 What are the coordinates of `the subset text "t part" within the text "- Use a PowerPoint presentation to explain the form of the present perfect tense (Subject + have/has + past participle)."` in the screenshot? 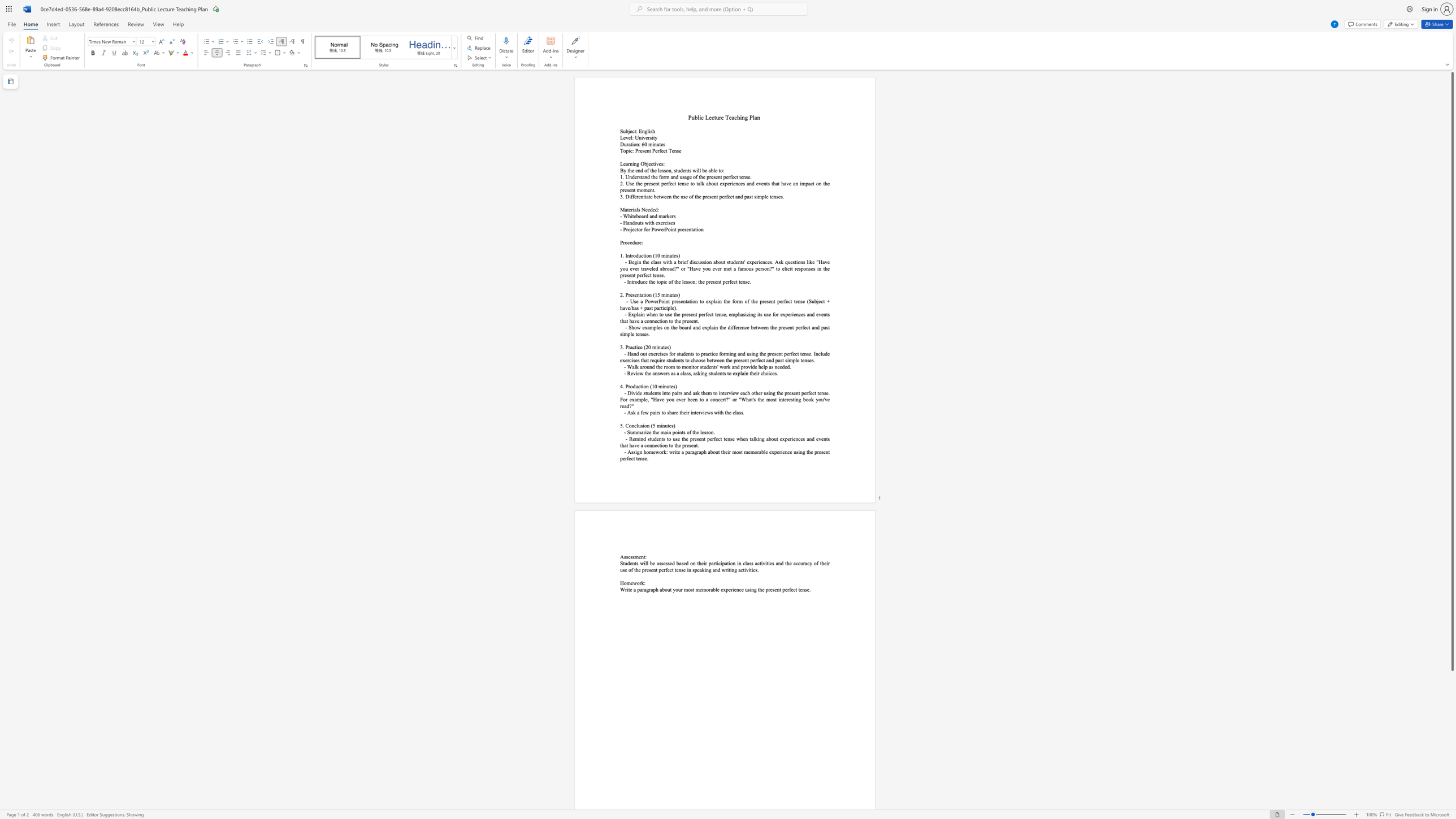 It's located at (651, 307).